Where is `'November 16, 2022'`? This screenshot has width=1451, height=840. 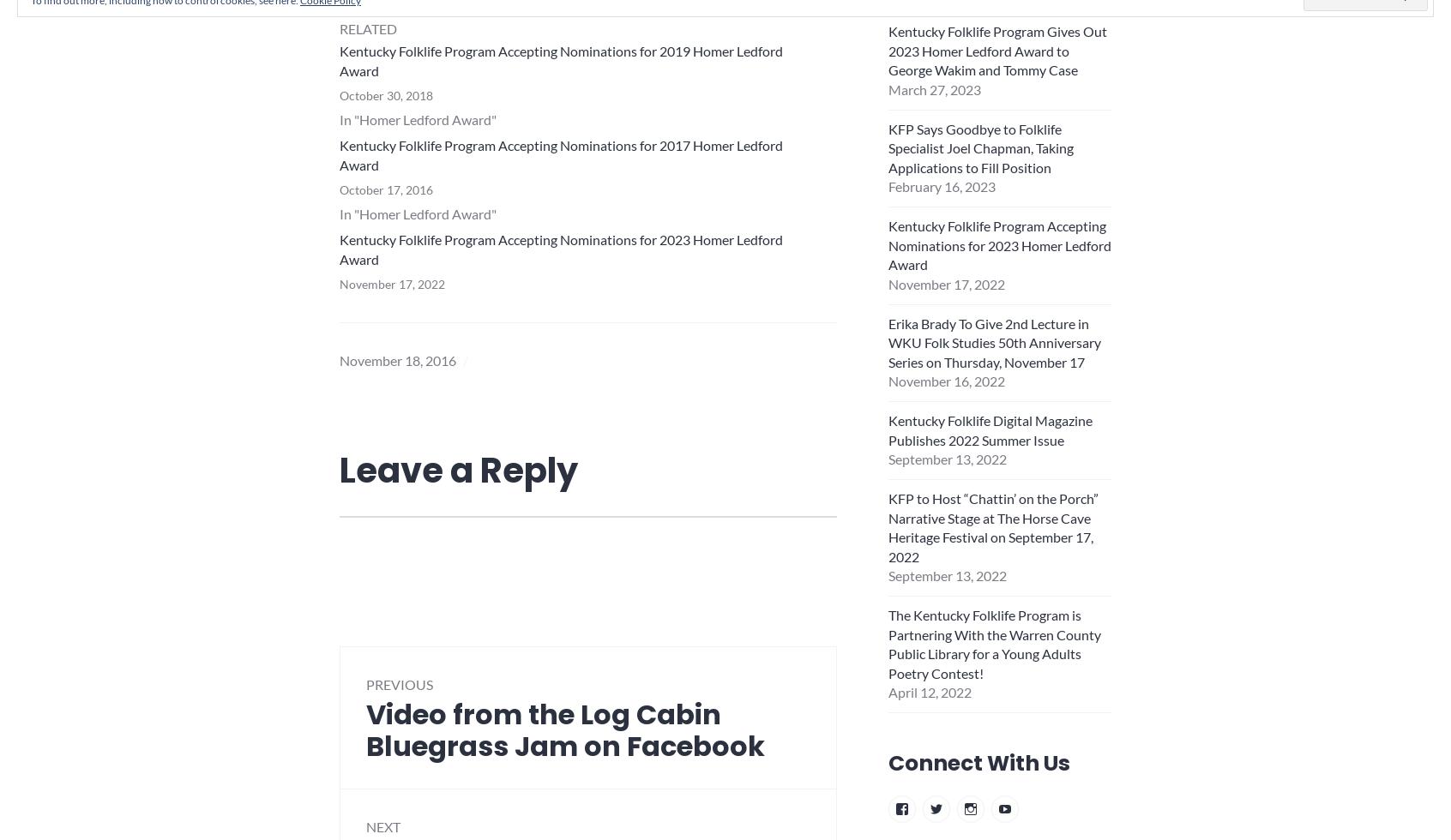 'November 16, 2022' is located at coordinates (946, 381).